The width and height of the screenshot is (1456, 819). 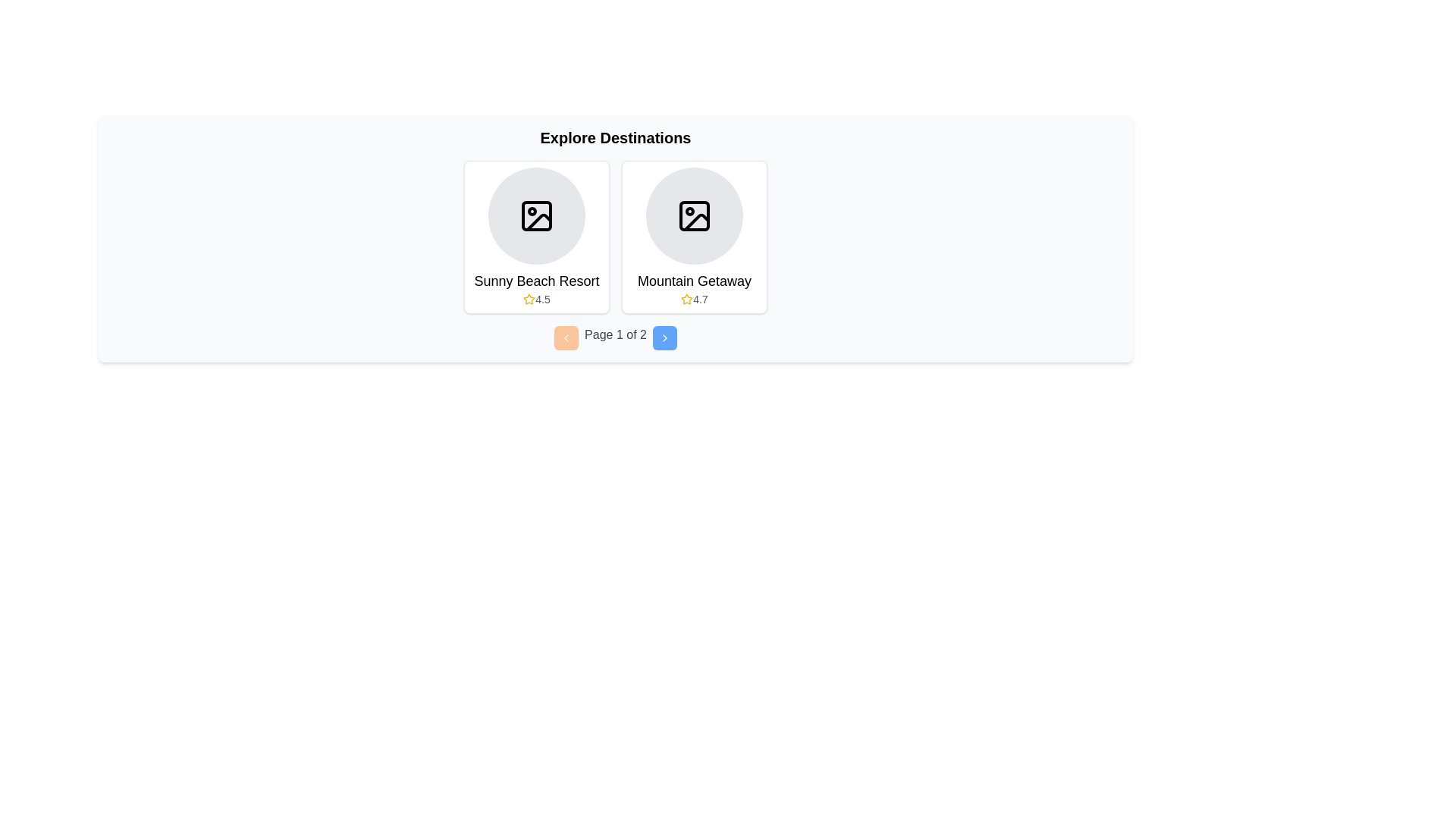 I want to click on the Rating label displaying '4.7' with a yellow star icon, located at the lower part of the 'Mountain Getaway' card, so click(x=694, y=299).